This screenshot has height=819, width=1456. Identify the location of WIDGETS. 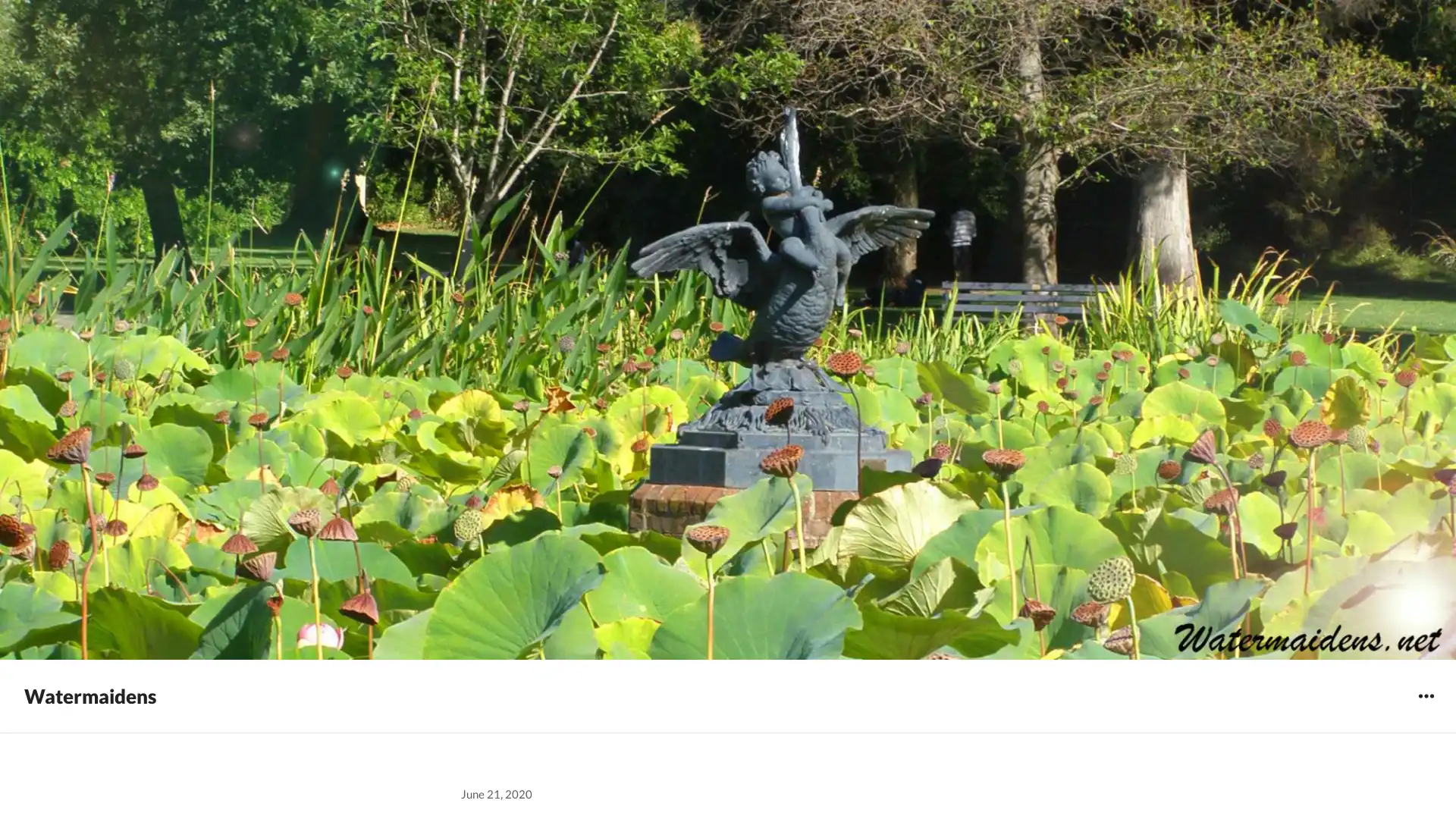
(1425, 695).